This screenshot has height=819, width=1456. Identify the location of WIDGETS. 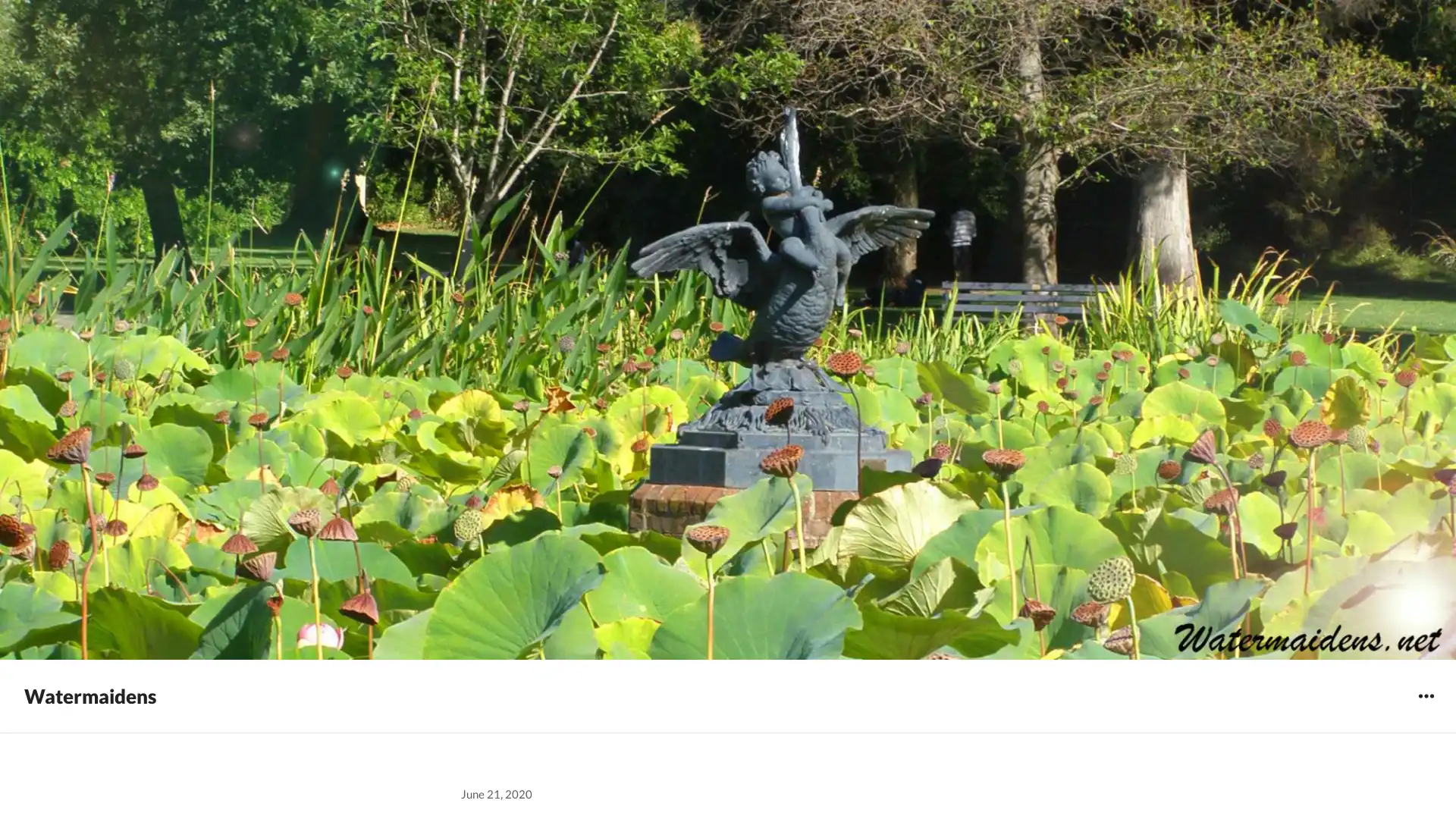
(1425, 695).